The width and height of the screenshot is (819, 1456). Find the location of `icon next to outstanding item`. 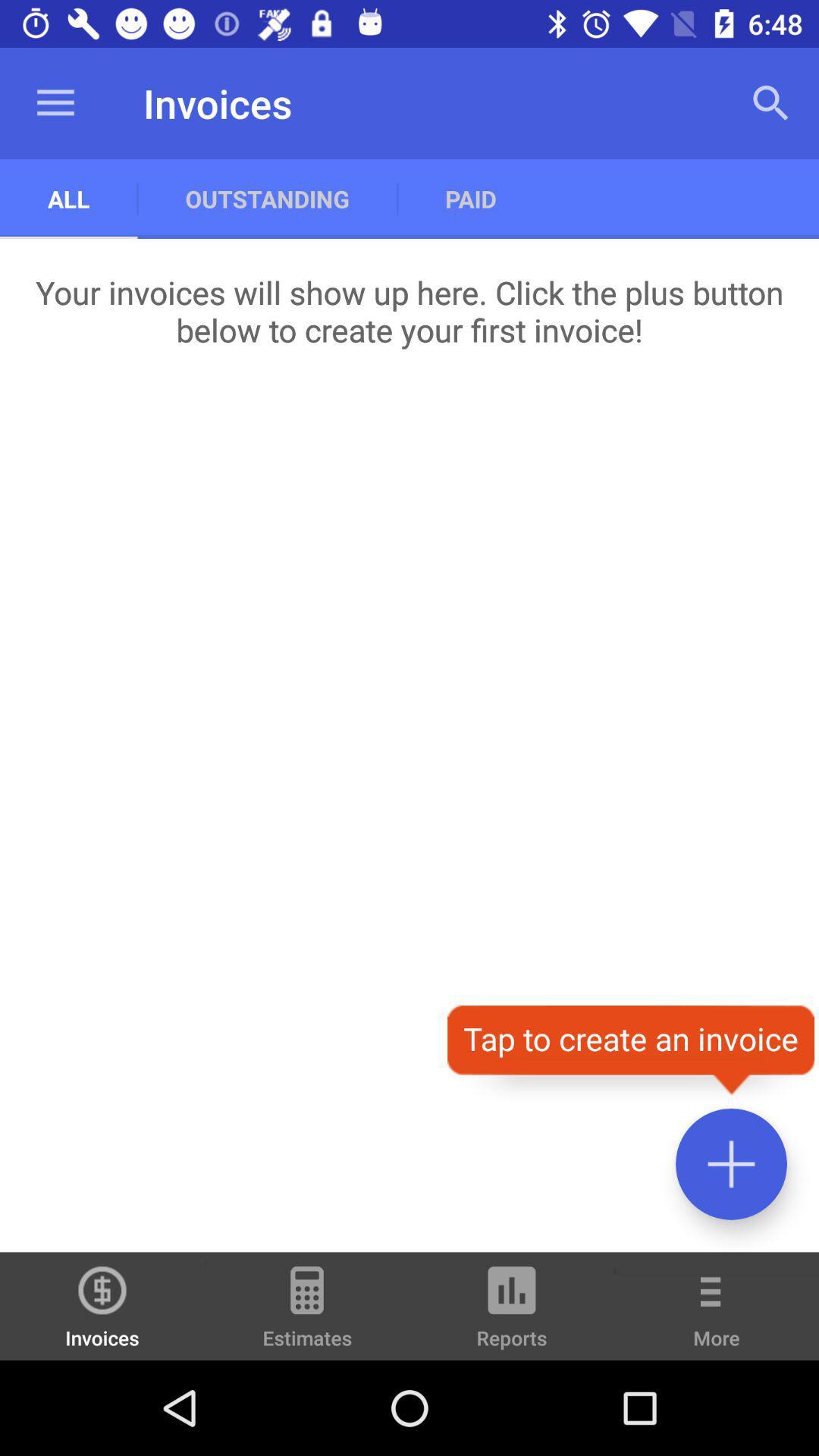

icon next to outstanding item is located at coordinates (55, 102).